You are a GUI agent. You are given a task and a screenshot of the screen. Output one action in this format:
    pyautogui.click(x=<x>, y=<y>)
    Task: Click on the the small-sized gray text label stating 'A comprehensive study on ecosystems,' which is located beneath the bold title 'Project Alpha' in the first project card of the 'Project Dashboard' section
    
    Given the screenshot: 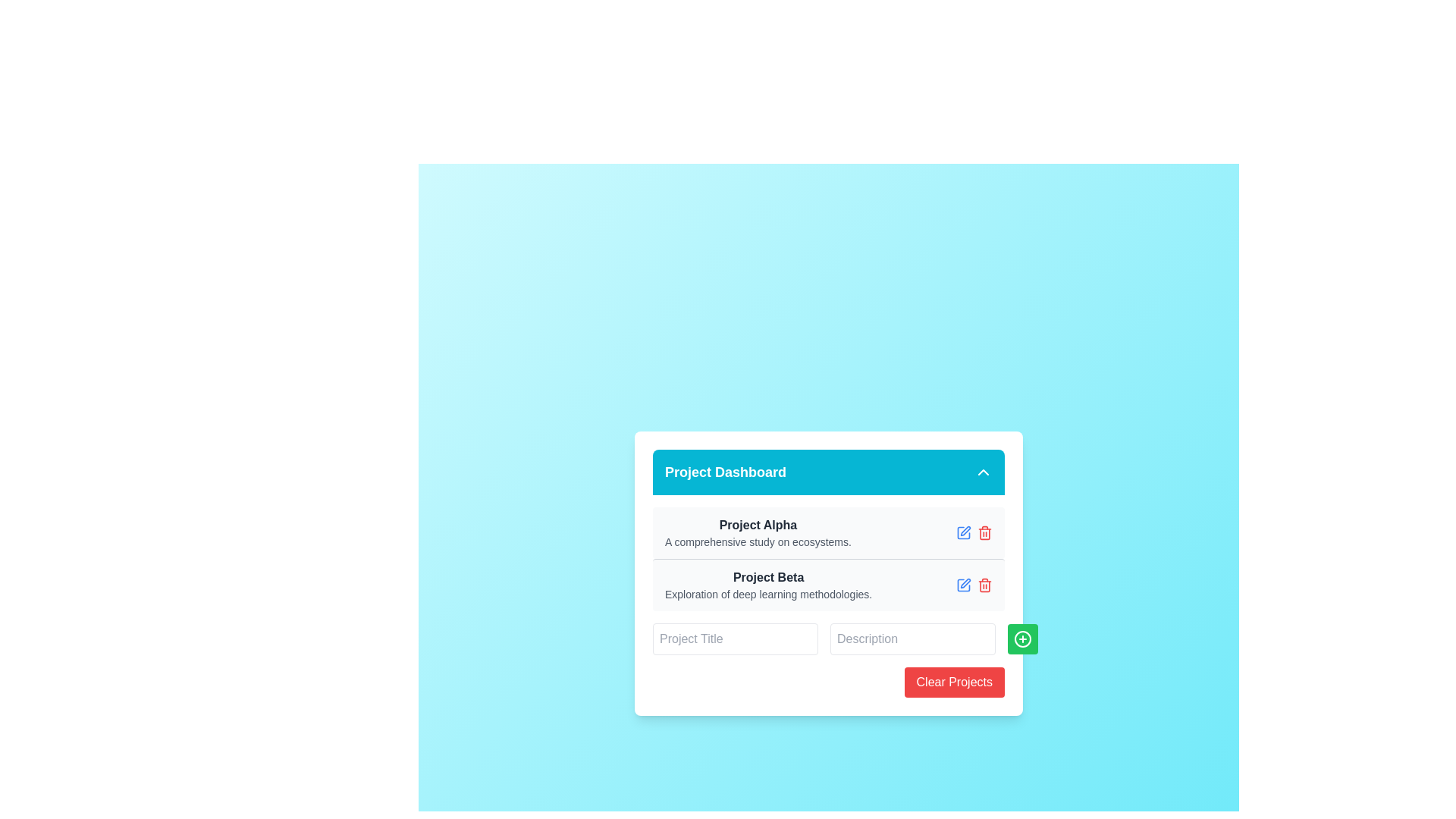 What is the action you would take?
    pyautogui.click(x=758, y=541)
    